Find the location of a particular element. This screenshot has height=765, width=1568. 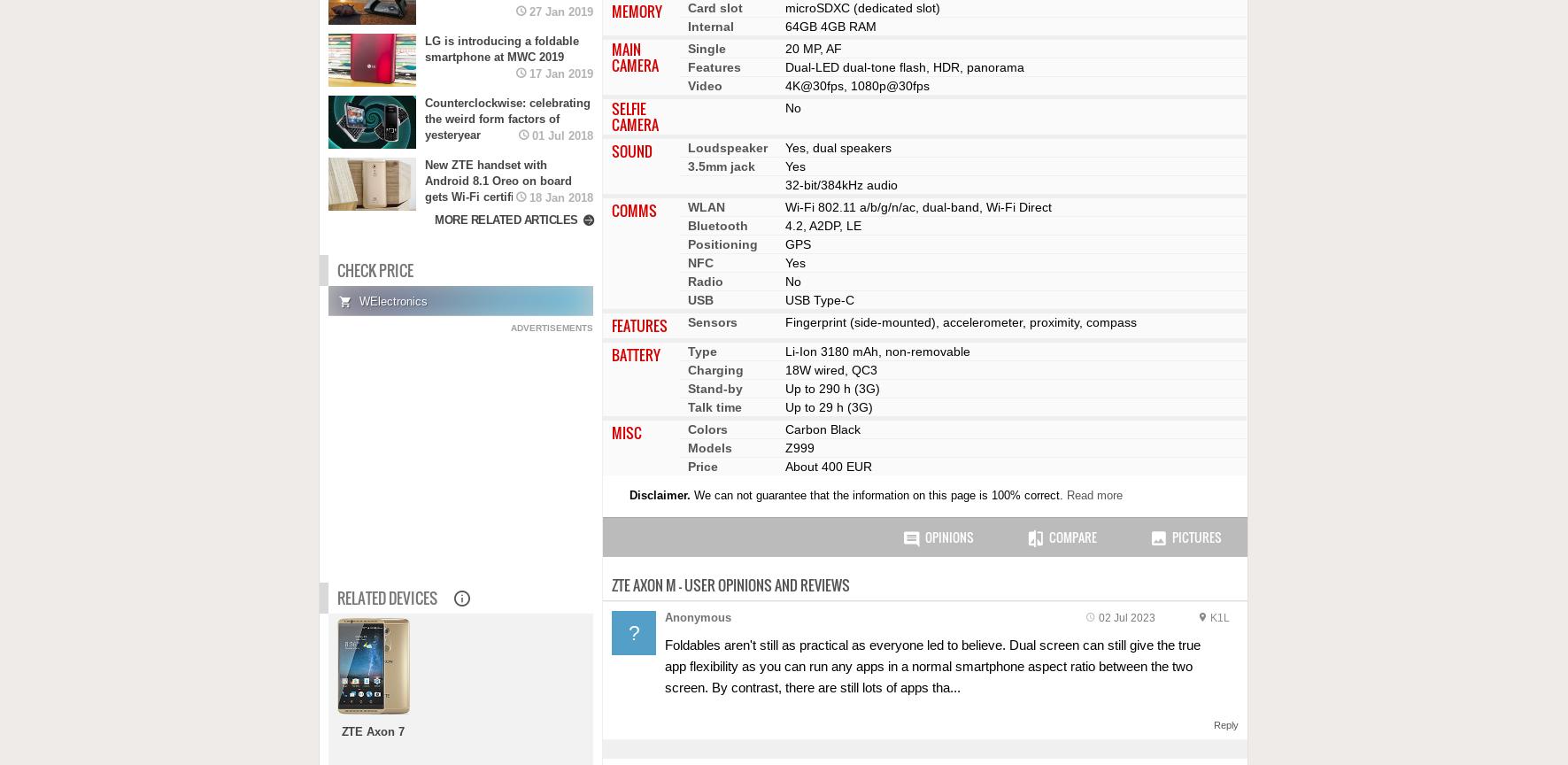

'Counterclockwise: celebrating the weird form factors of yesteryear' is located at coordinates (424, 118).